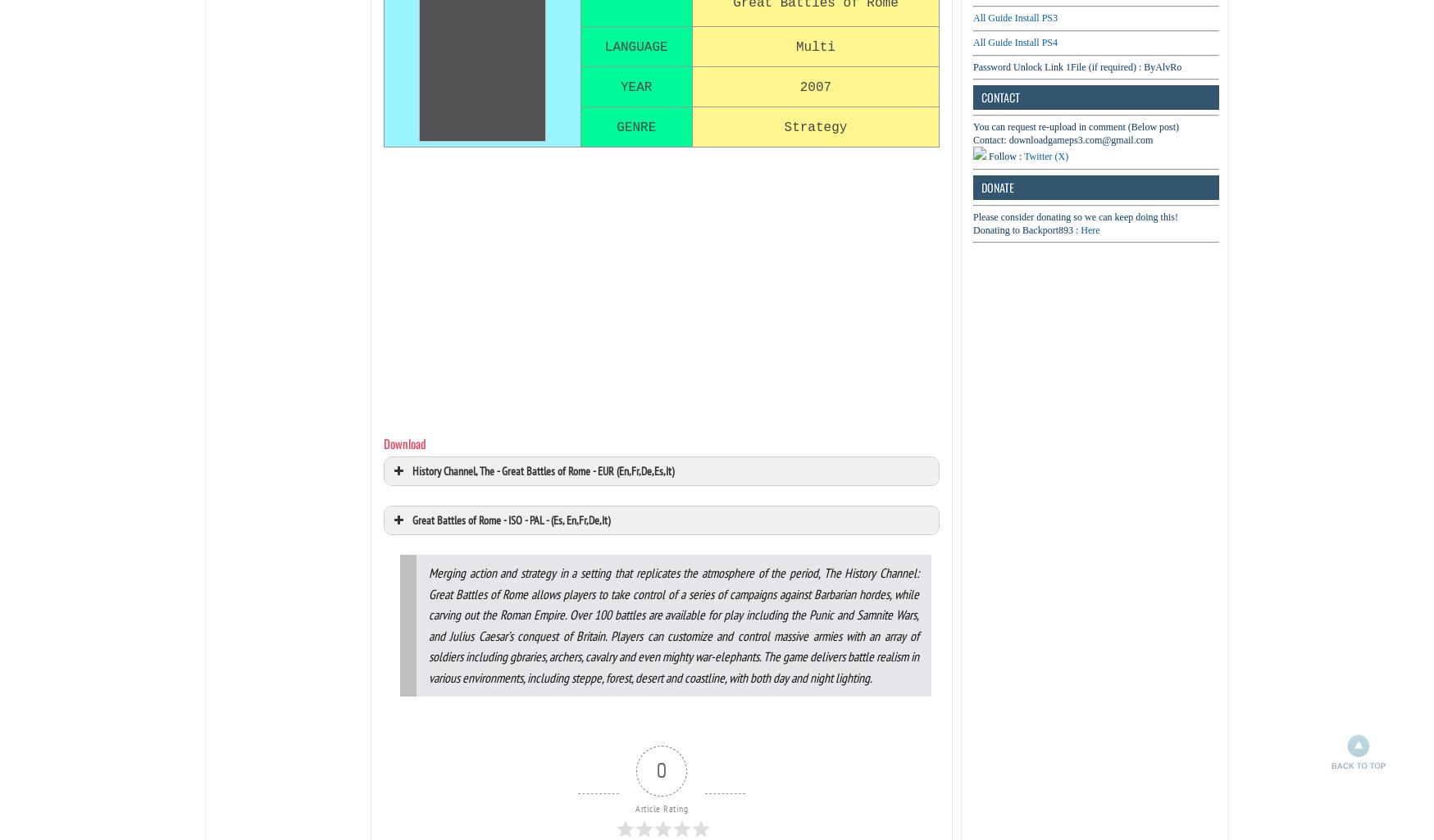 This screenshot has width=1434, height=840. Describe the element at coordinates (813, 45) in the screenshot. I see `'Multi'` at that location.